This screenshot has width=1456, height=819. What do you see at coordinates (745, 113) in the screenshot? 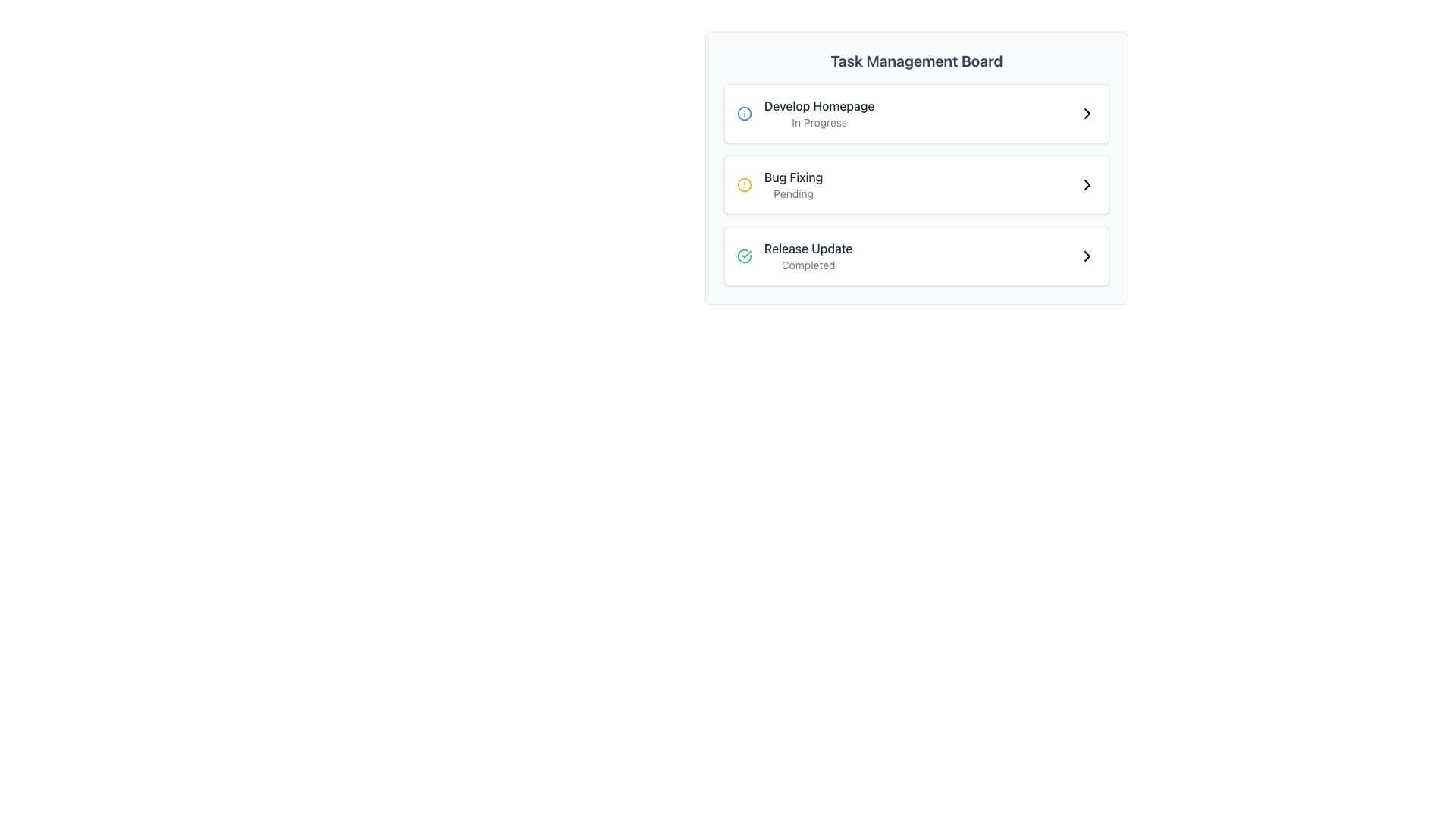
I see `the decorative info icon in the SVG graphic located in the first row of the task list labeled 'Develop Homepage'` at bounding box center [745, 113].